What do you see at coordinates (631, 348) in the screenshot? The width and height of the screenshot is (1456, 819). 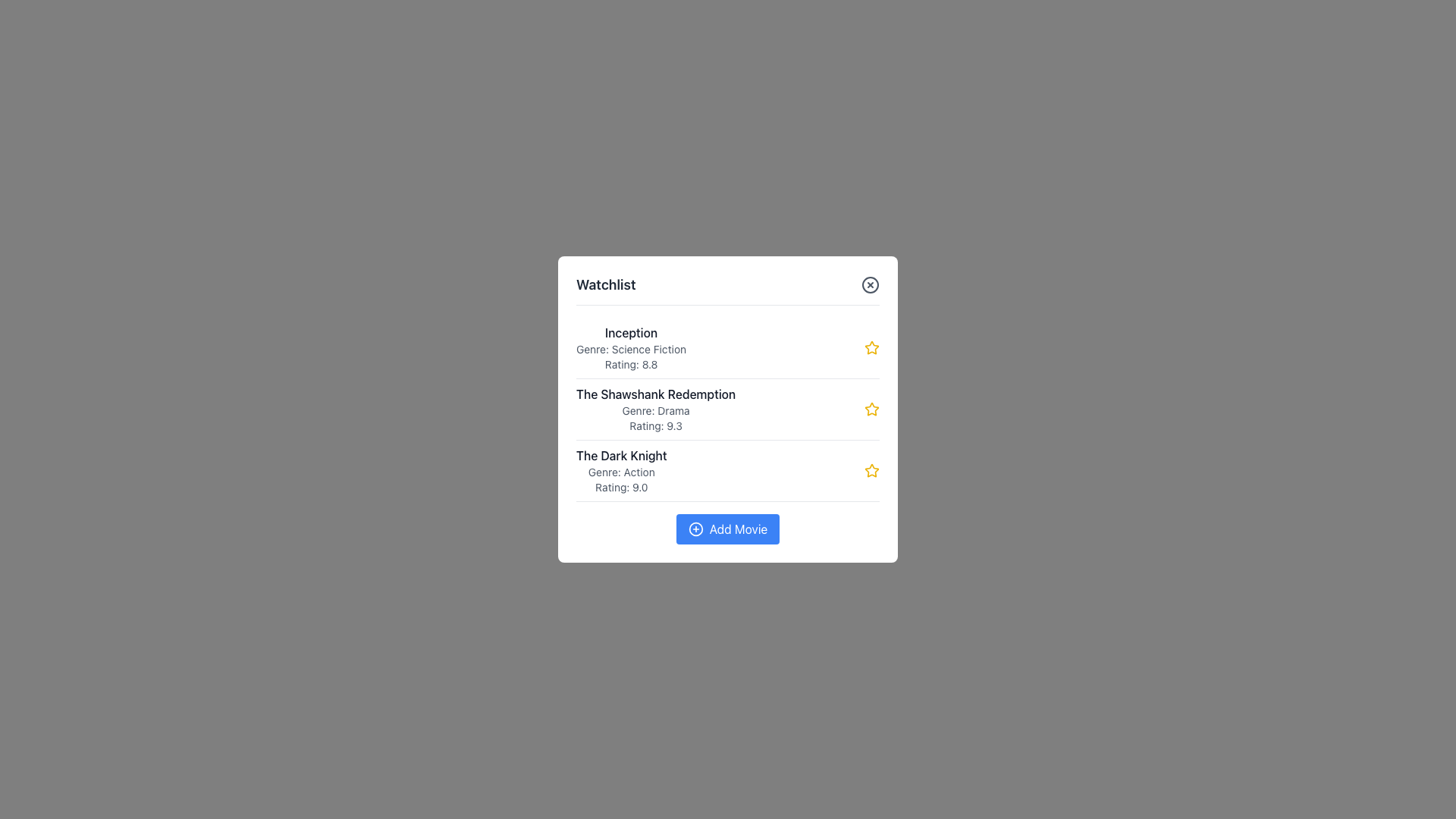 I see `the Text Display for the movie 'Inception', which shows the title in bold black text along with genre and rating information in lighter gray text, located in the first row of the 'Watchlist' modal` at bounding box center [631, 348].